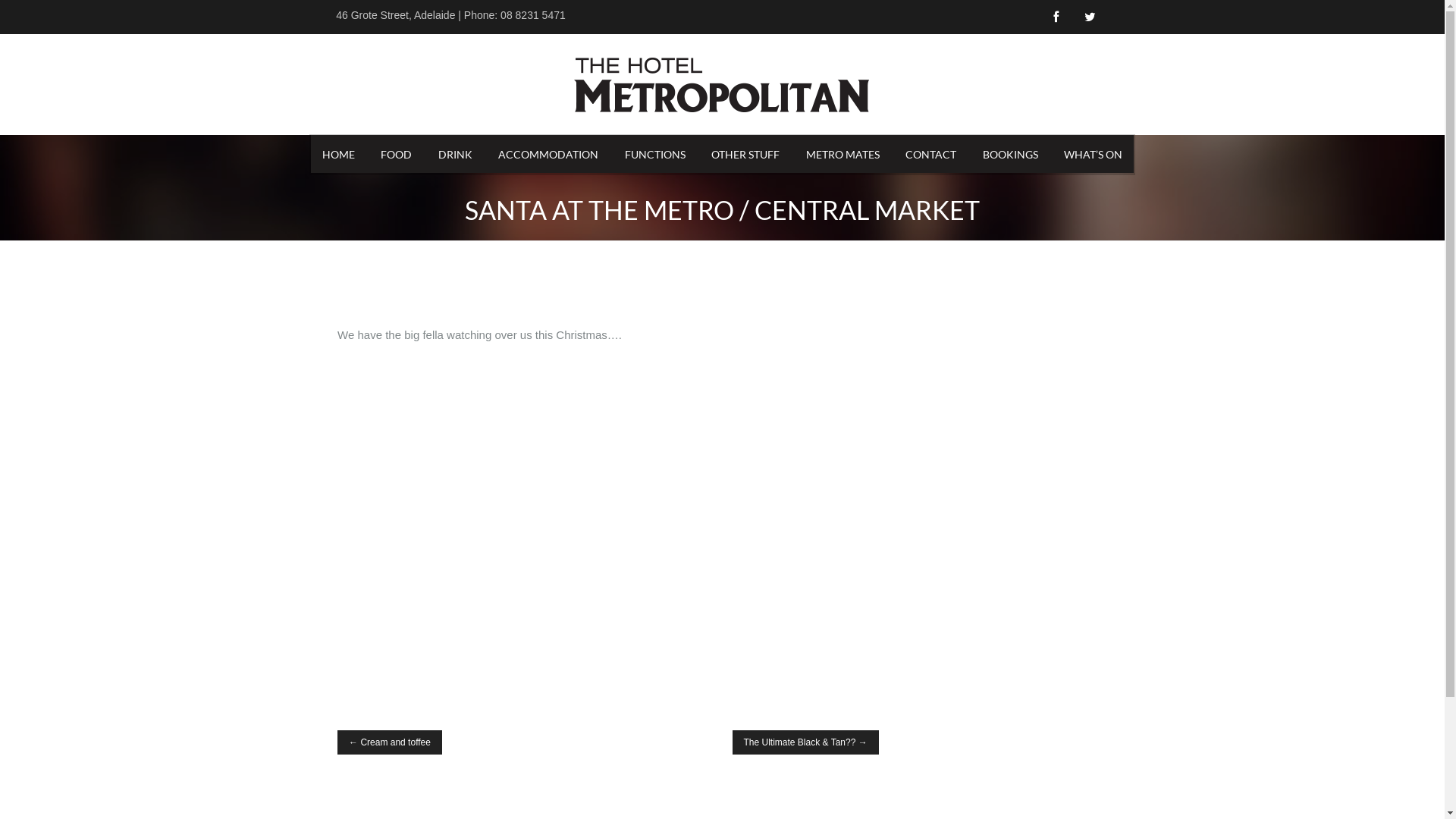 The height and width of the screenshot is (819, 1456). Describe the element at coordinates (793, 154) in the screenshot. I see `'METRO MATES'` at that location.